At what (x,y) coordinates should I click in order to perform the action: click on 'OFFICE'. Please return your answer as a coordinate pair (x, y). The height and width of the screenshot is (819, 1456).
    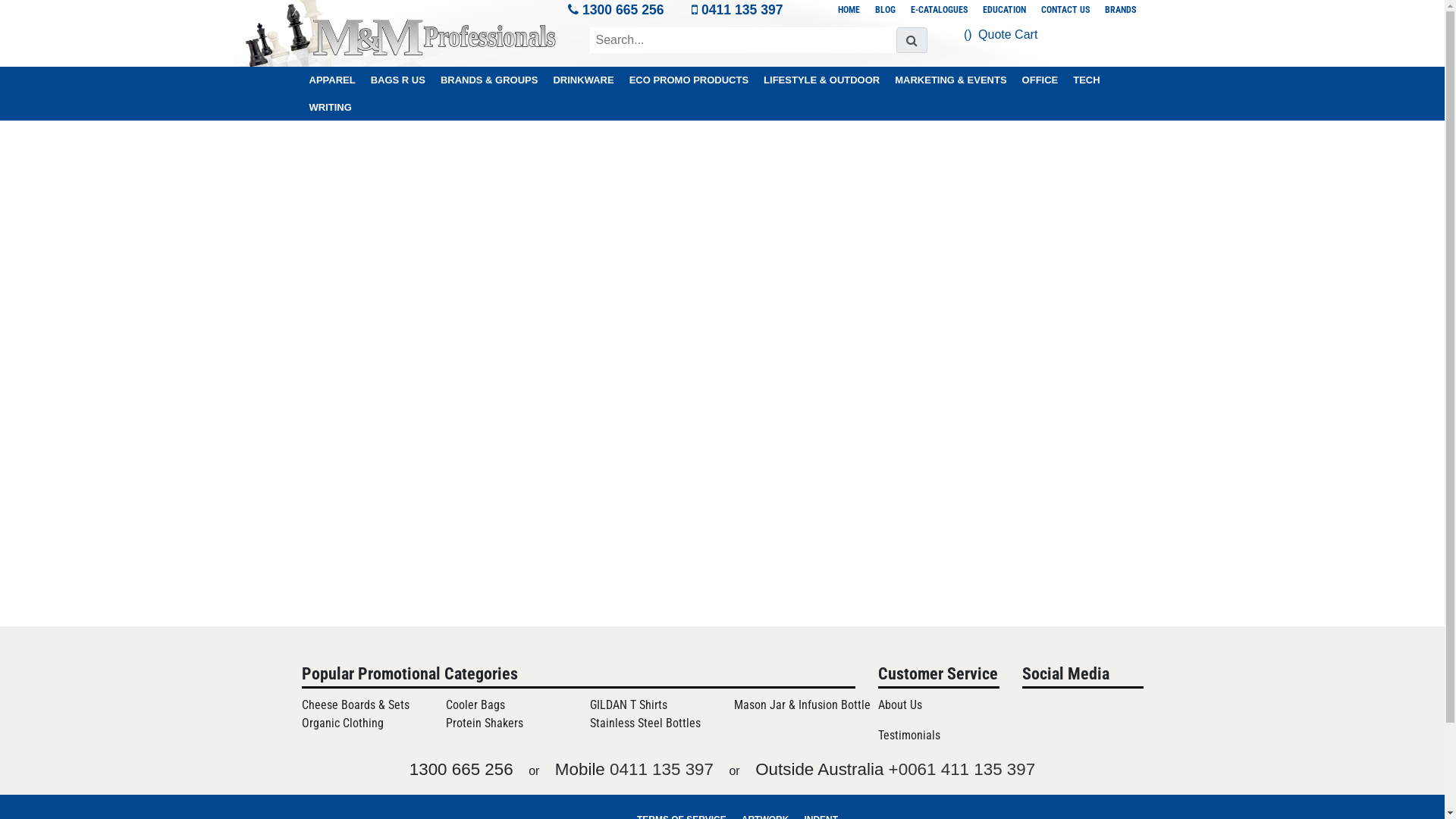
    Looking at the image, I should click on (1040, 80).